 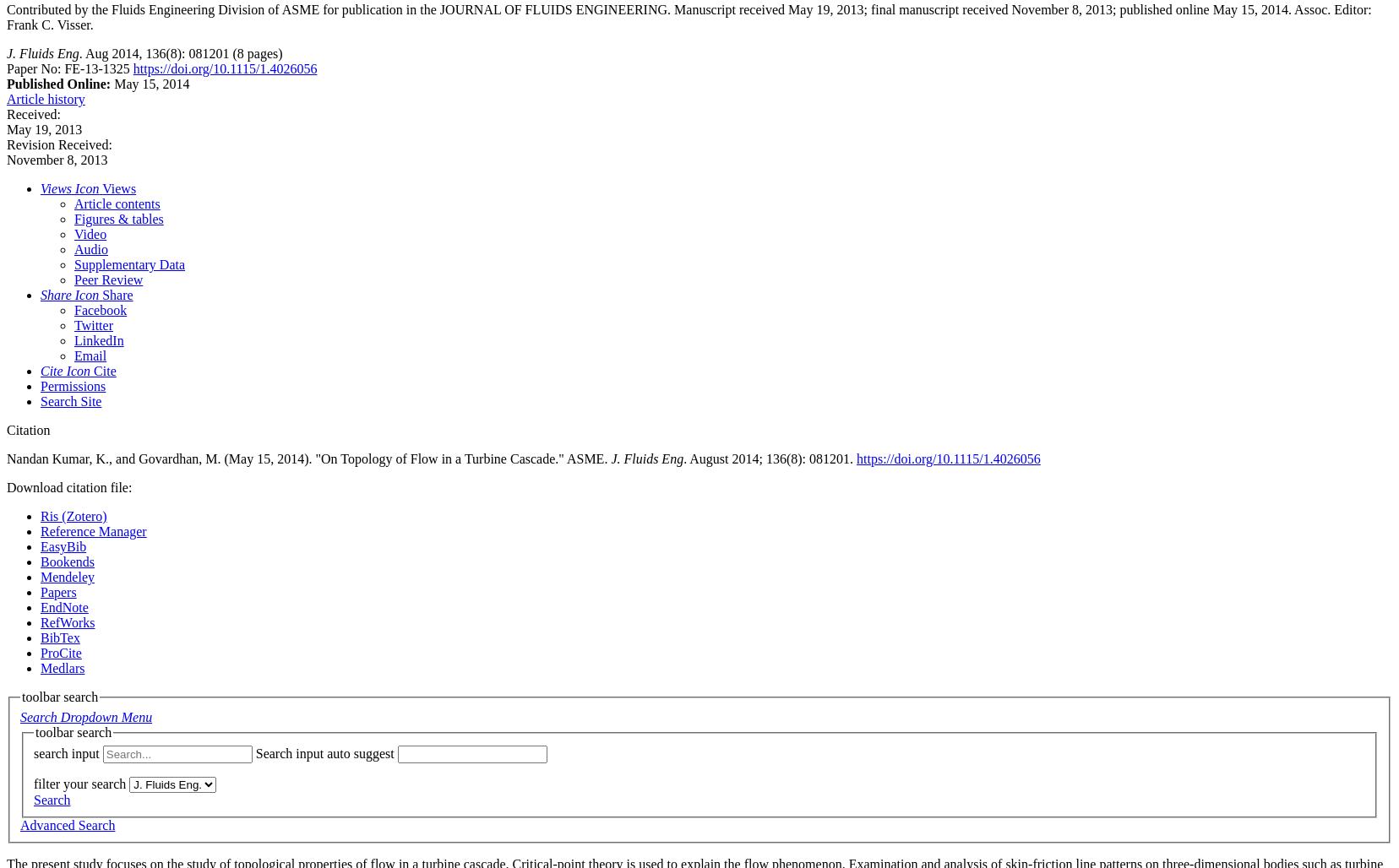 I want to click on 'Bookends', so click(x=66, y=561).